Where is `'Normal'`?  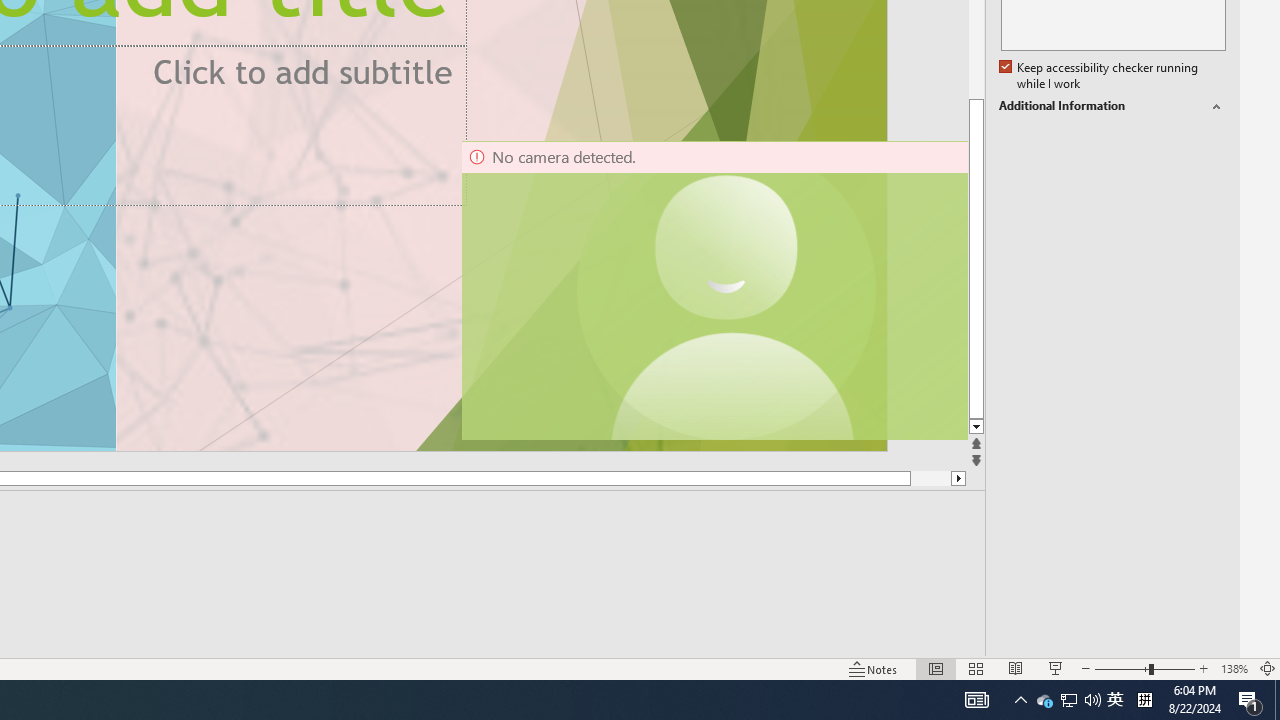
'Normal' is located at coordinates (935, 669).